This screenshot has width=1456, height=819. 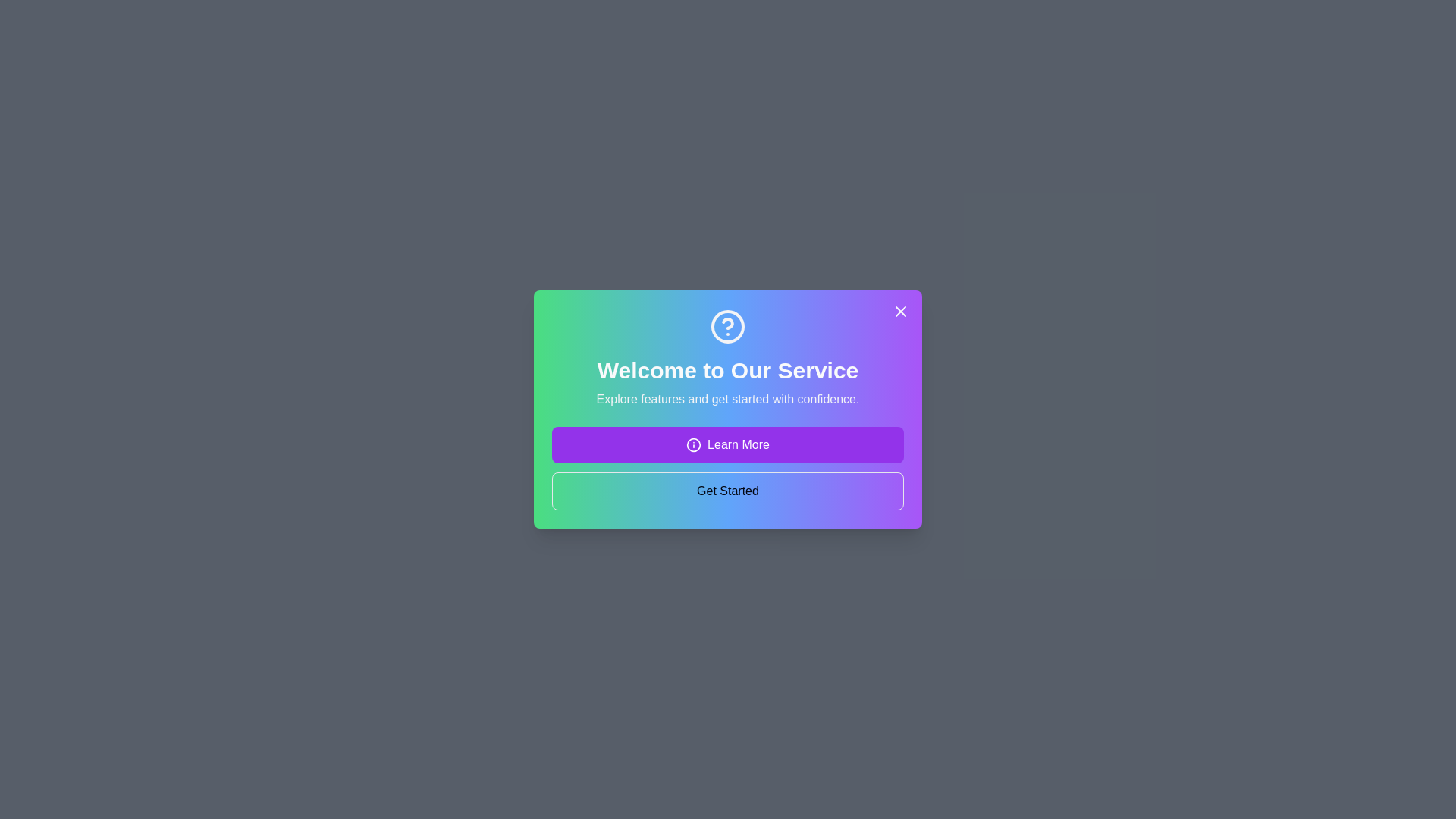 I want to click on the 'Get Started' button to initiate the sign-up process, so click(x=728, y=491).